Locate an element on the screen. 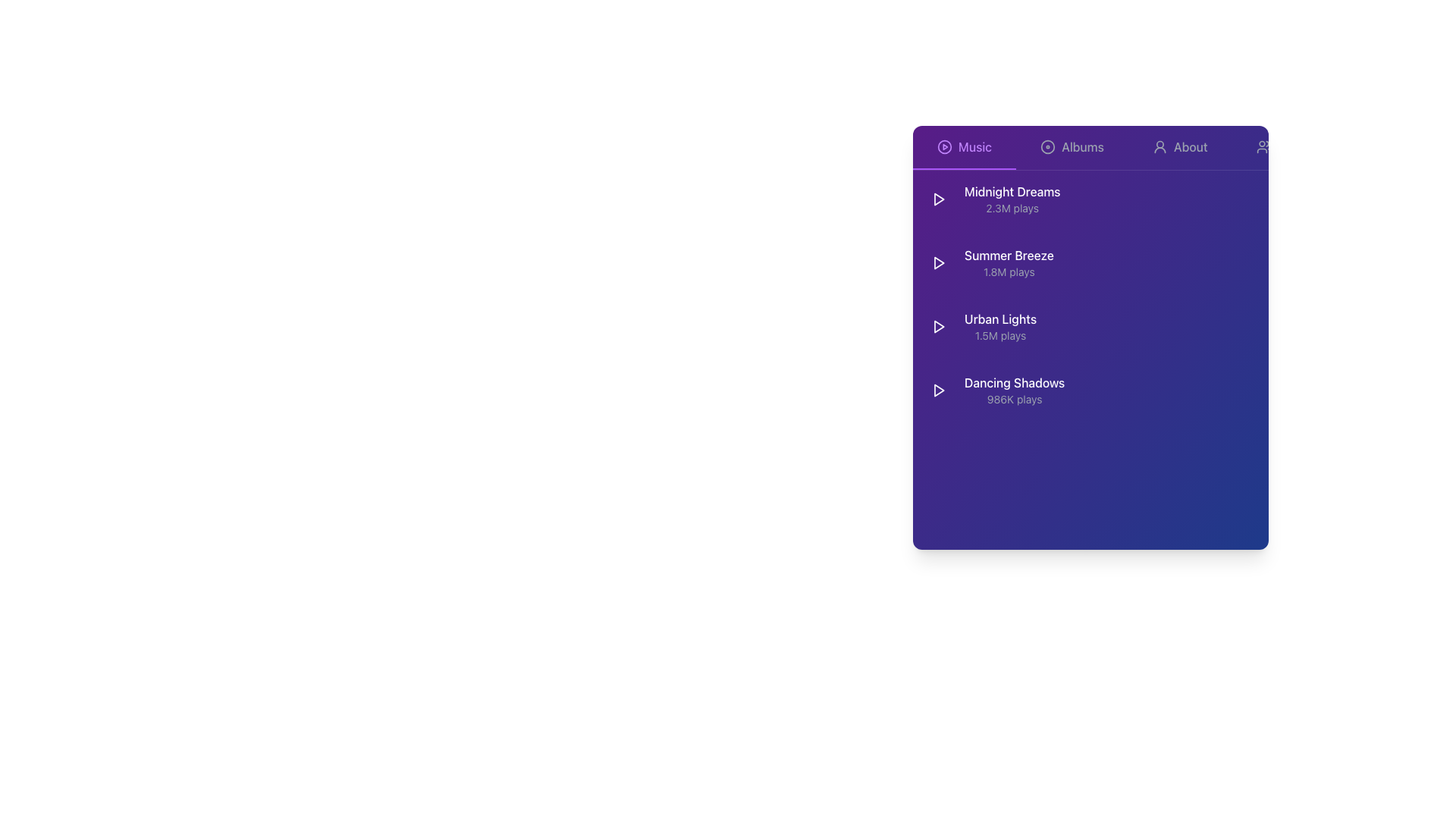 The width and height of the screenshot is (1456, 819). the text block displaying the title 'Urban Lights' is located at coordinates (981, 326).